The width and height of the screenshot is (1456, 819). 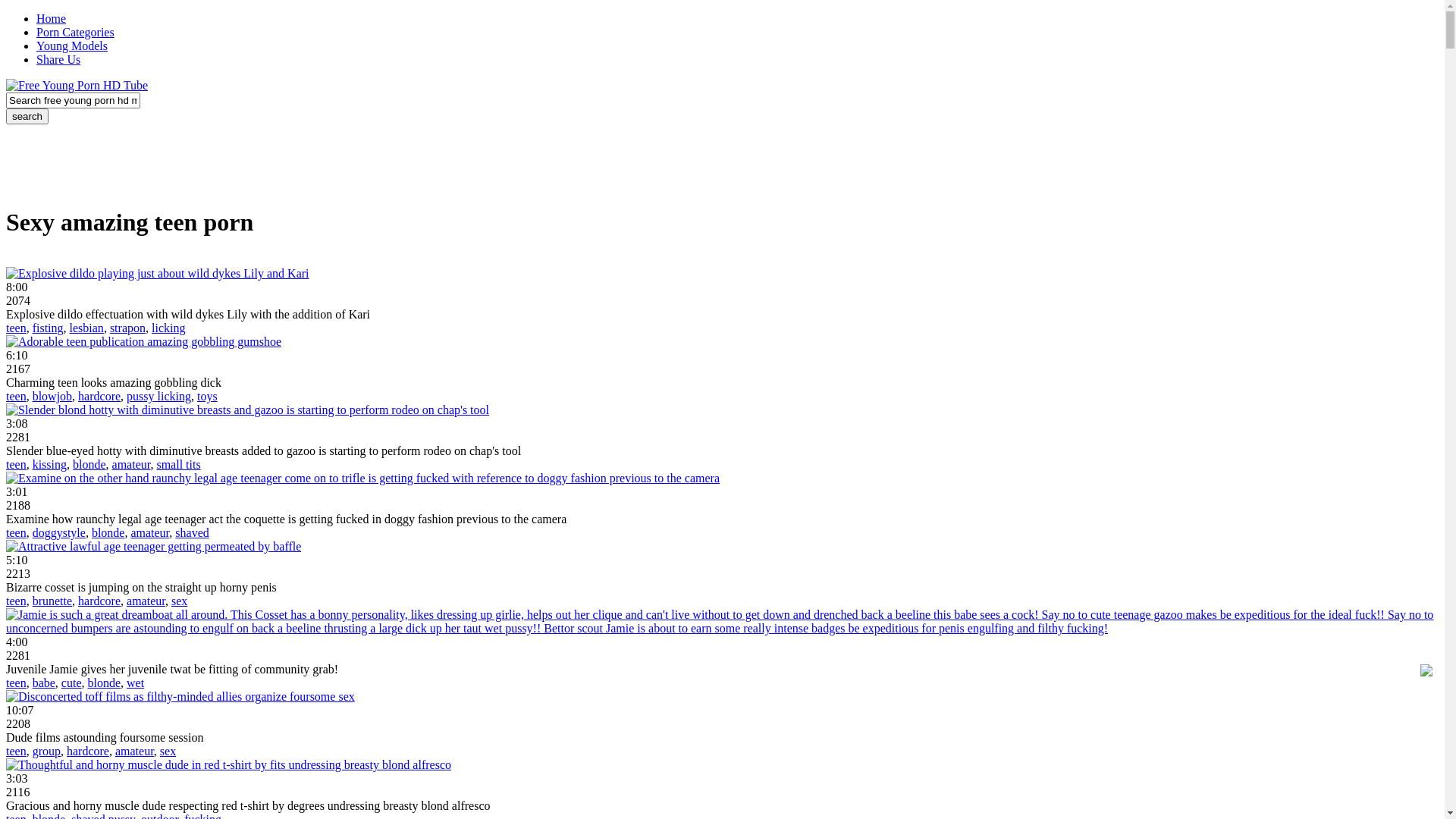 What do you see at coordinates (43, 682) in the screenshot?
I see `'babe'` at bounding box center [43, 682].